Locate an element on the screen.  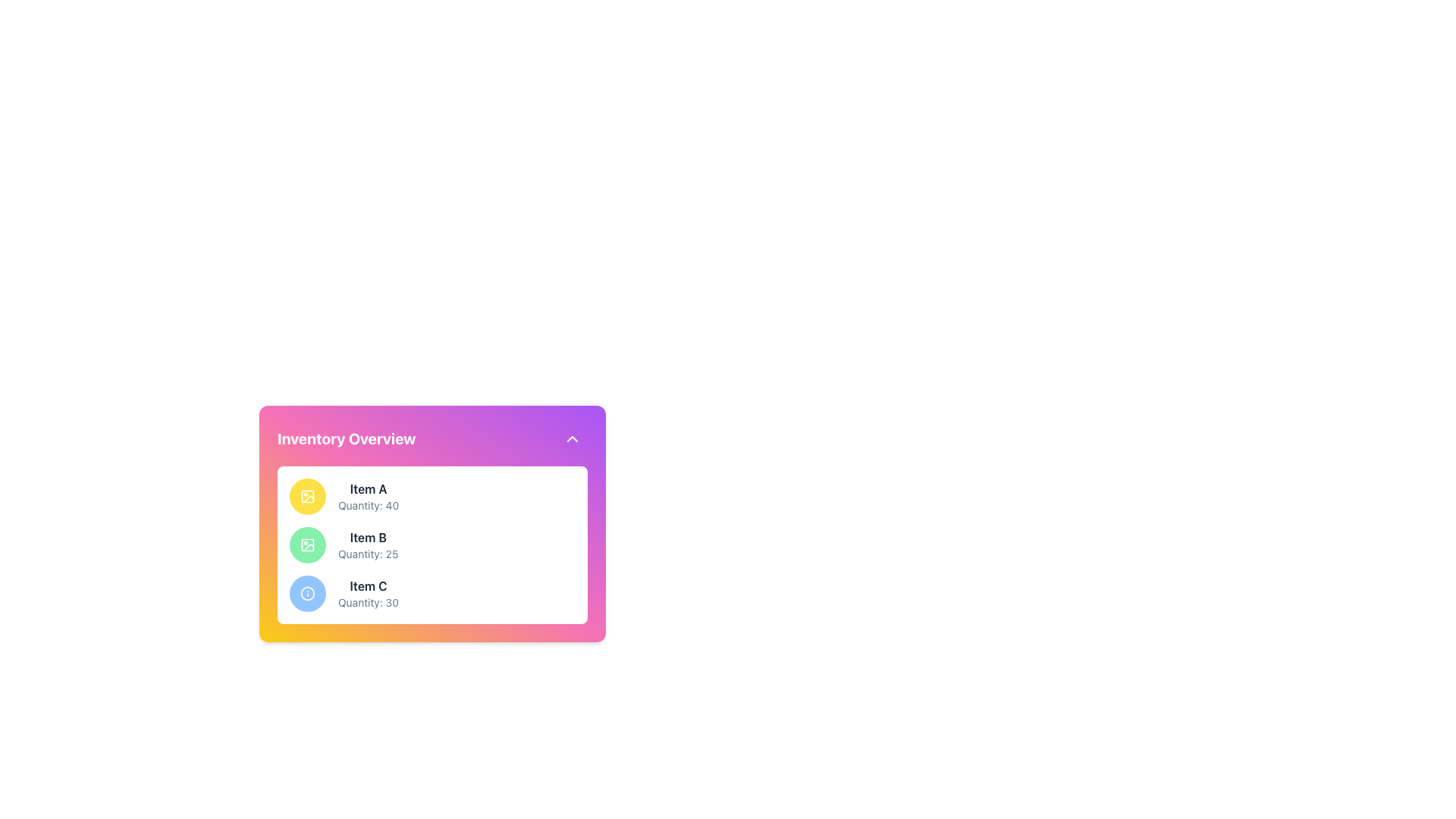
the List Item displaying 'Item B' with quantity '25' in the Inventory Overview dialog is located at coordinates (431, 533).